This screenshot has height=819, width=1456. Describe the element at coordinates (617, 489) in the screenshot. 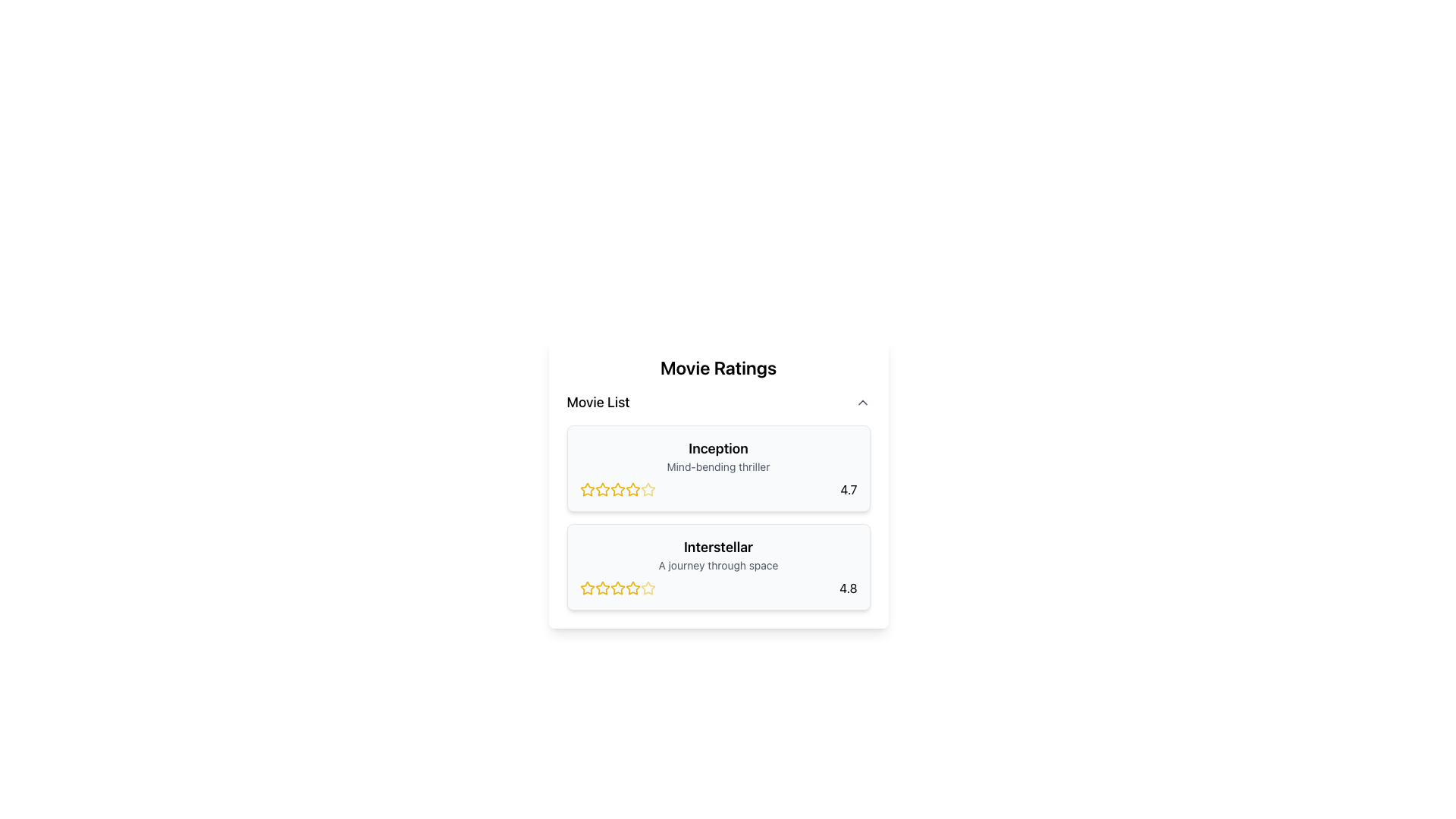

I see `the second star icon for rating in the rating section of the movie entry for 'Inception'` at that location.